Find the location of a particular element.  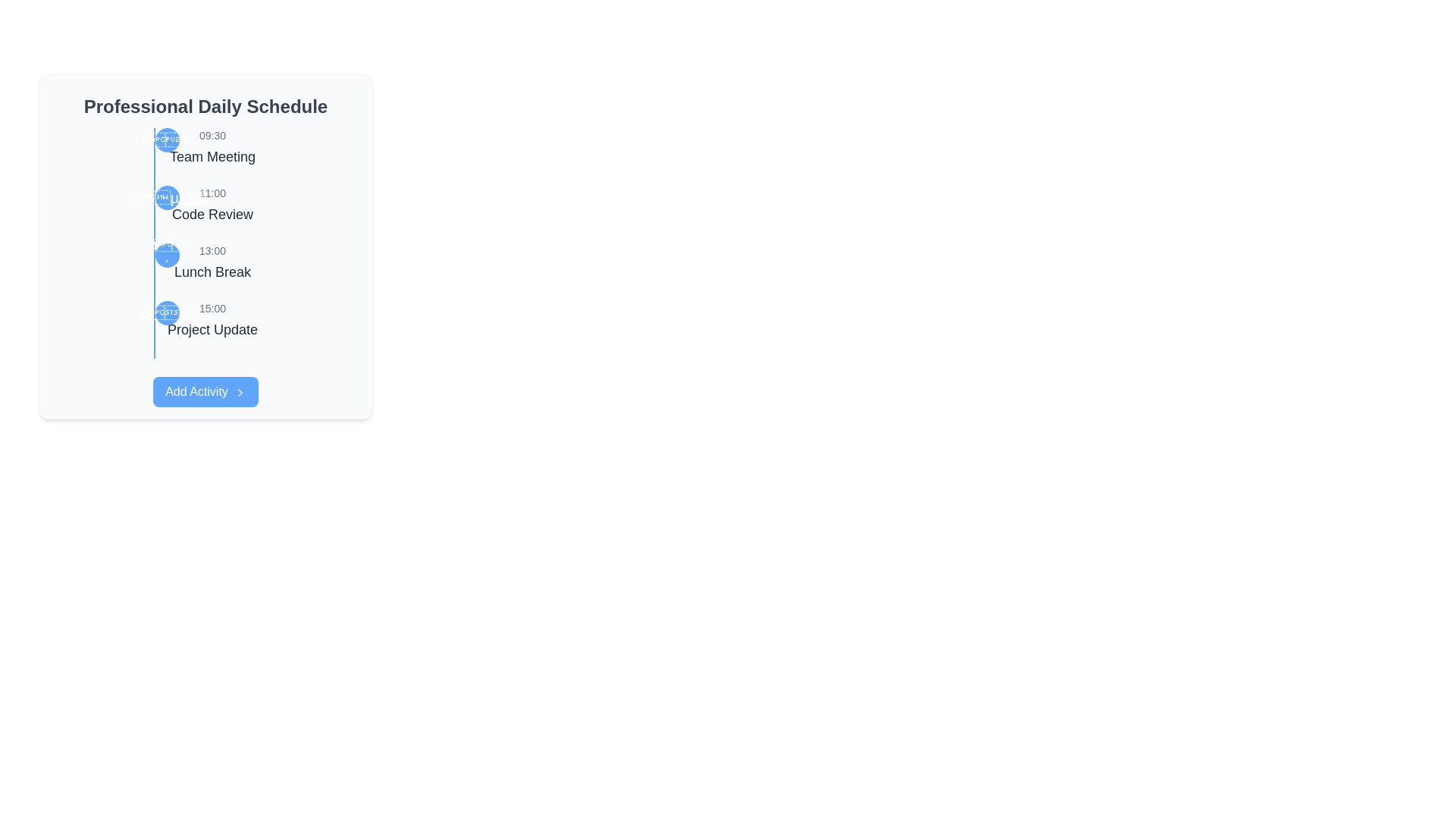

the 'Team Meeting' text label, which is styled with a larger font size and bold dark text, located in the daily schedule card below '09:30' and to the right of a circular calendar icon is located at coordinates (212, 157).